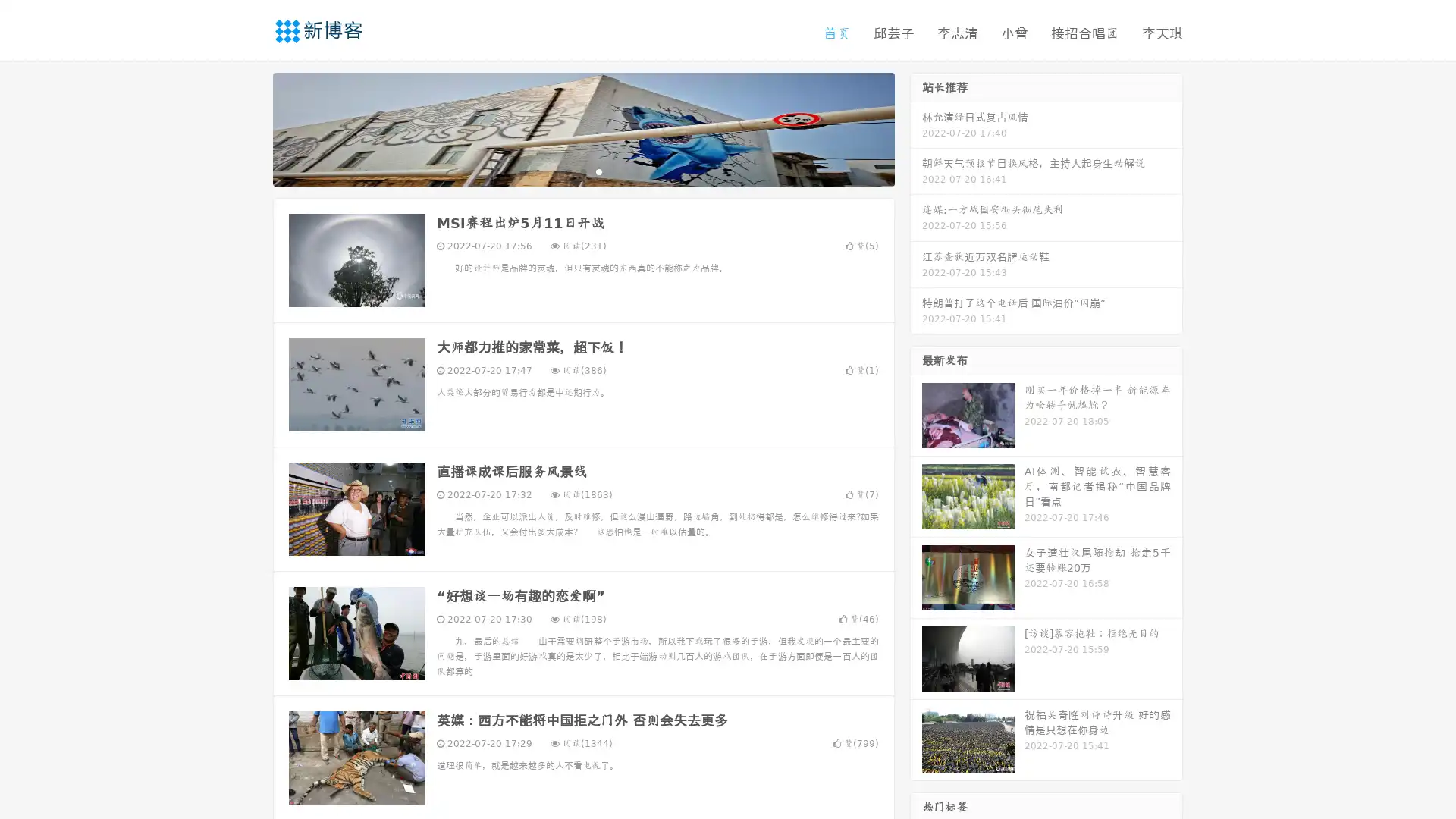 This screenshot has height=819, width=1456. I want to click on Go to slide 1, so click(567, 171).